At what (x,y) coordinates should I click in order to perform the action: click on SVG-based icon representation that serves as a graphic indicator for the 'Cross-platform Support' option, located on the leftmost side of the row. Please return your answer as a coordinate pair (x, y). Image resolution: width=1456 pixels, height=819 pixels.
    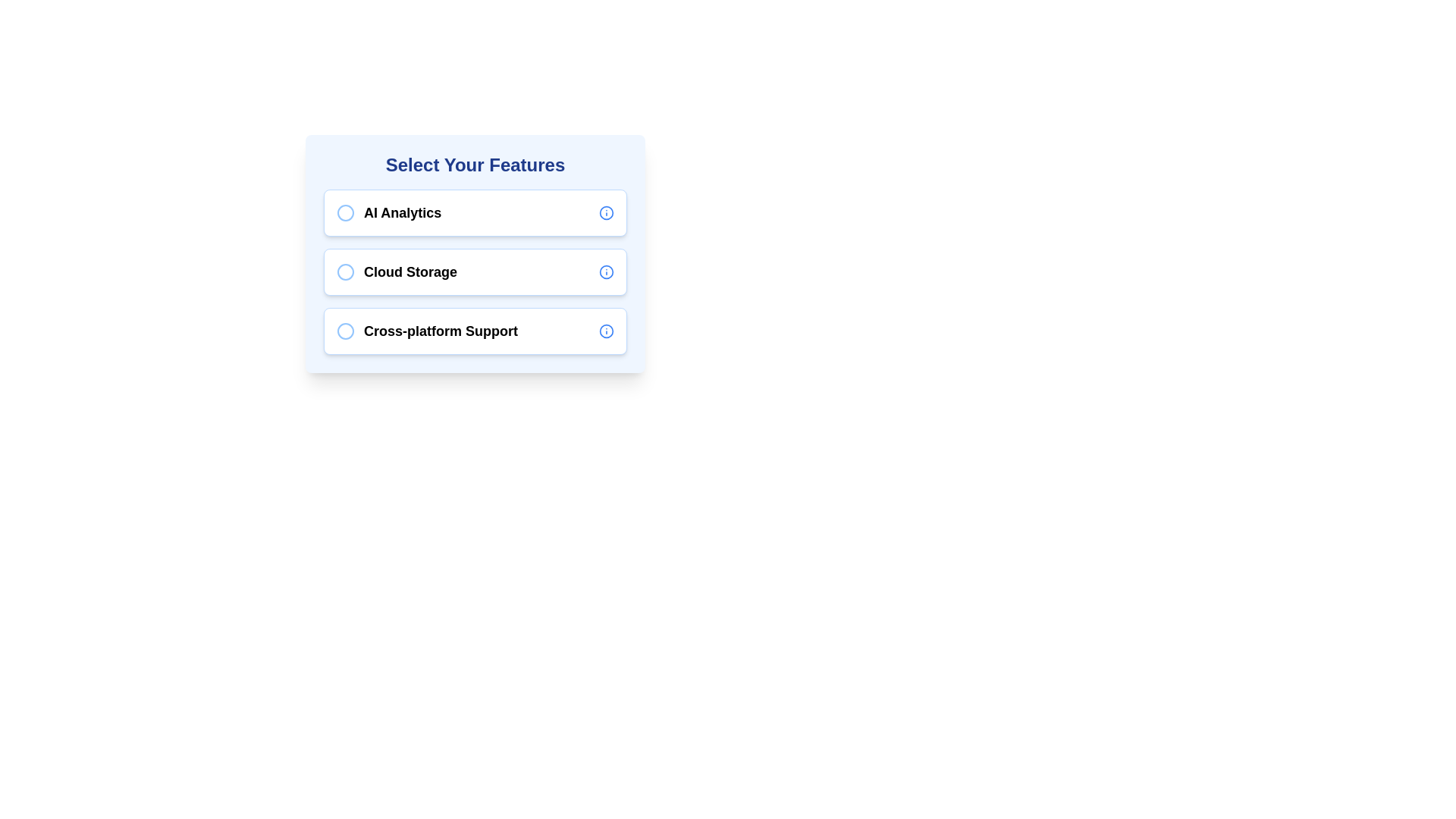
    Looking at the image, I should click on (345, 330).